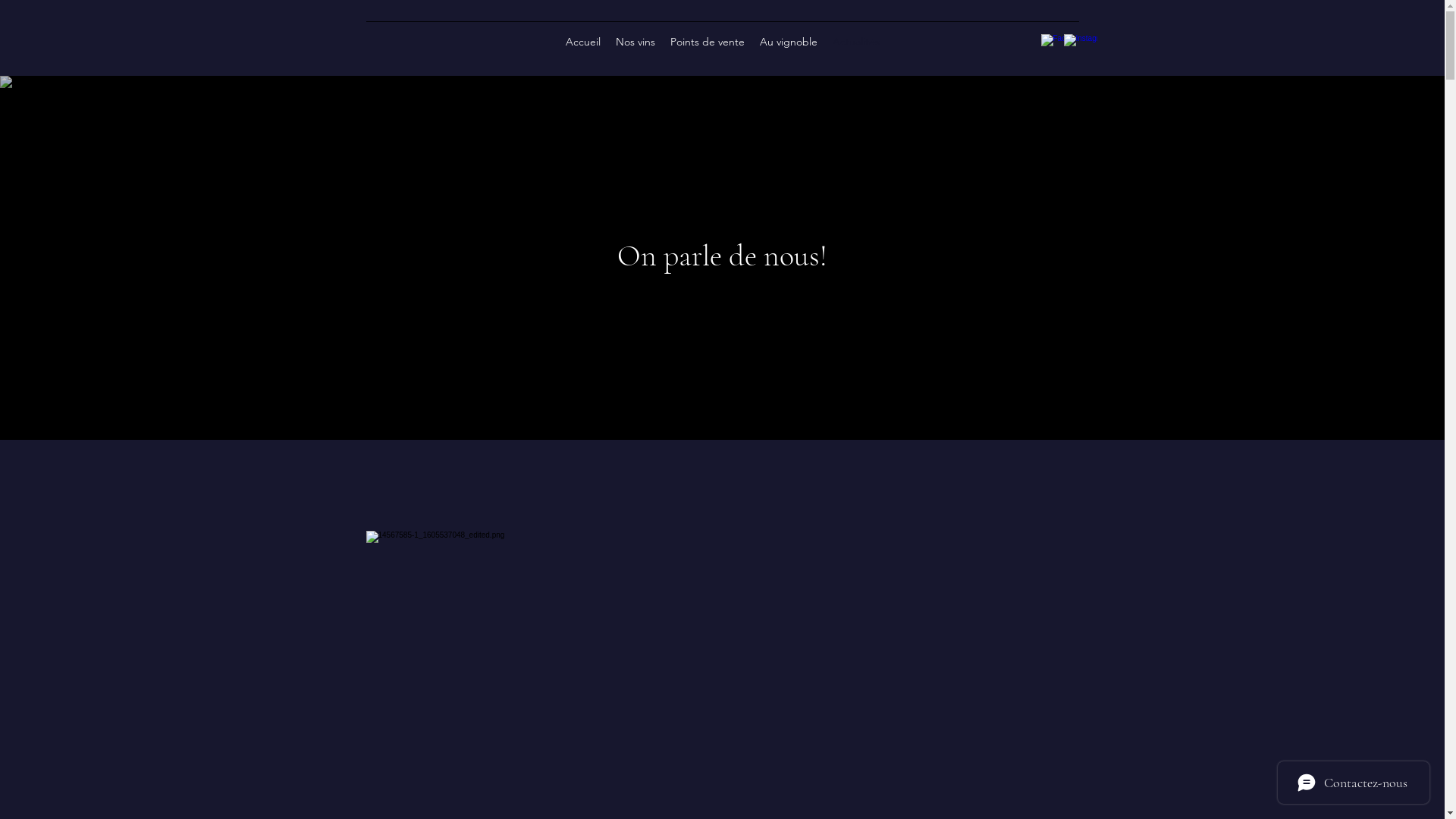 The width and height of the screenshot is (1456, 819). Describe the element at coordinates (706, 40) in the screenshot. I see `'Points de vente'` at that location.